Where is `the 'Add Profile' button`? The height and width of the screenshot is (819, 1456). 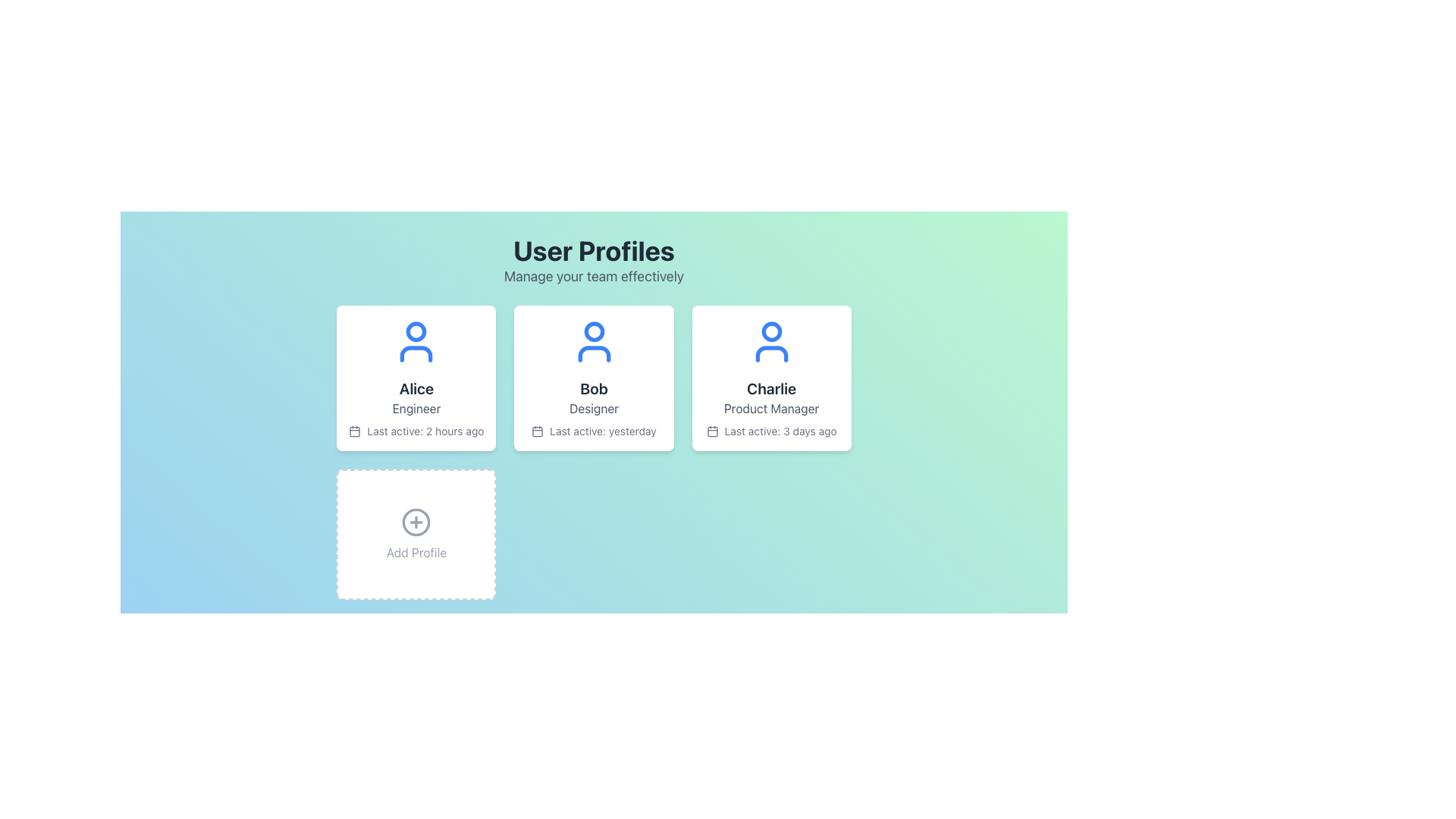 the 'Add Profile' button is located at coordinates (416, 522).